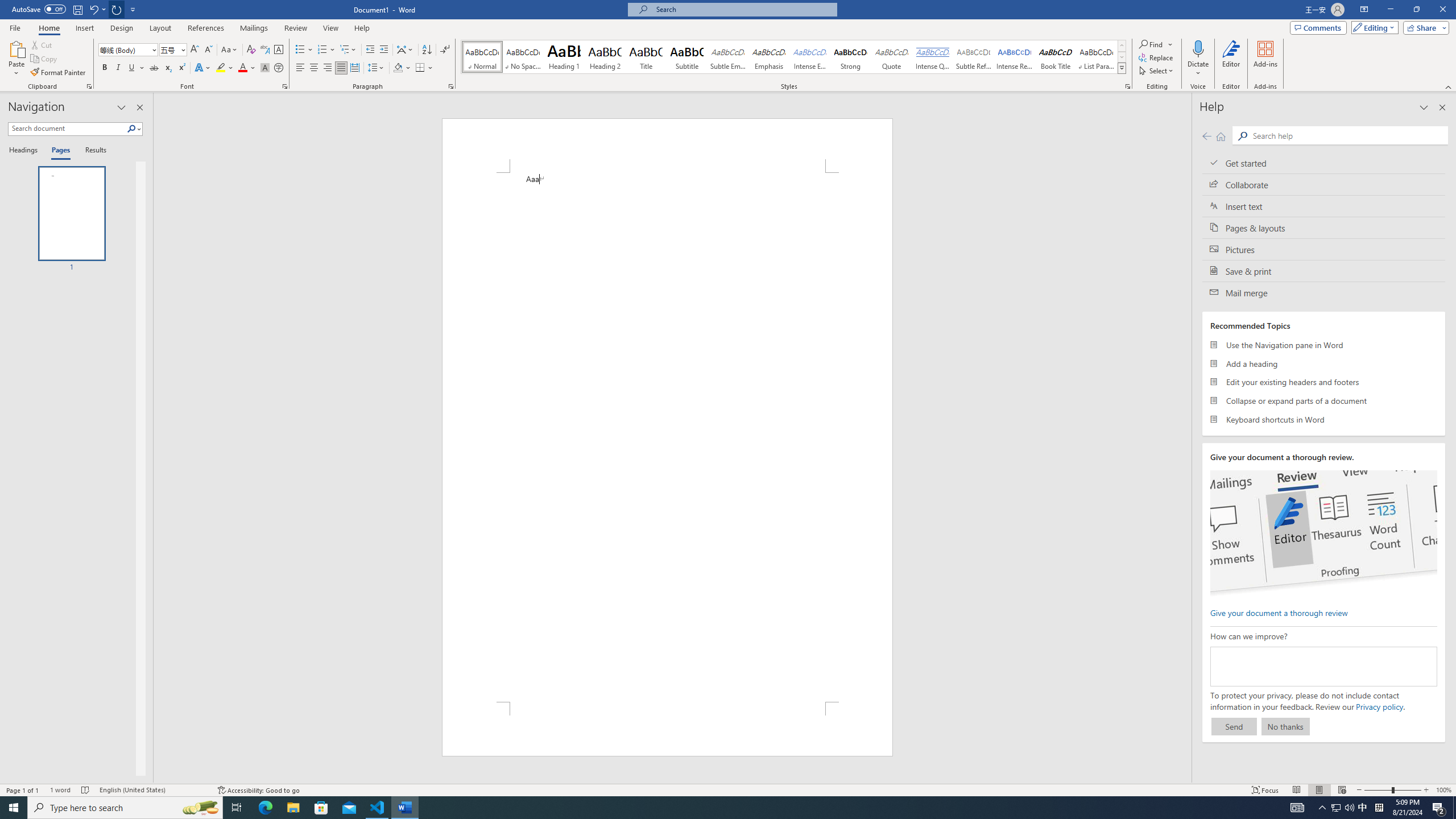 This screenshot has width=1456, height=819. What do you see at coordinates (327, 67) in the screenshot?
I see `'Align Right'` at bounding box center [327, 67].